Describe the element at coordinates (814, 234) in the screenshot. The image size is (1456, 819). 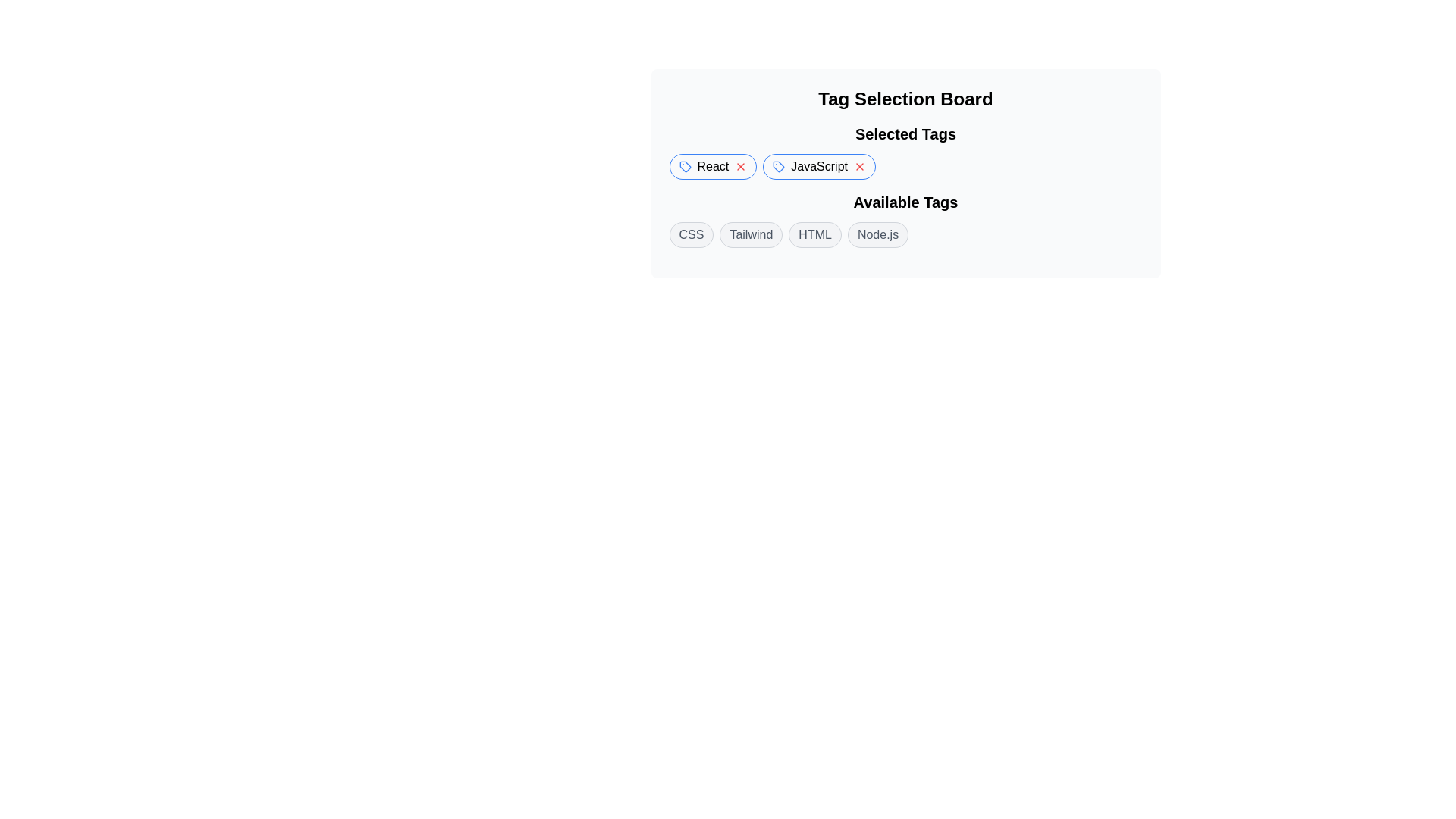
I see `the interactive tag component for the 'HTML' tag in the 'Available Tags' section` at that location.